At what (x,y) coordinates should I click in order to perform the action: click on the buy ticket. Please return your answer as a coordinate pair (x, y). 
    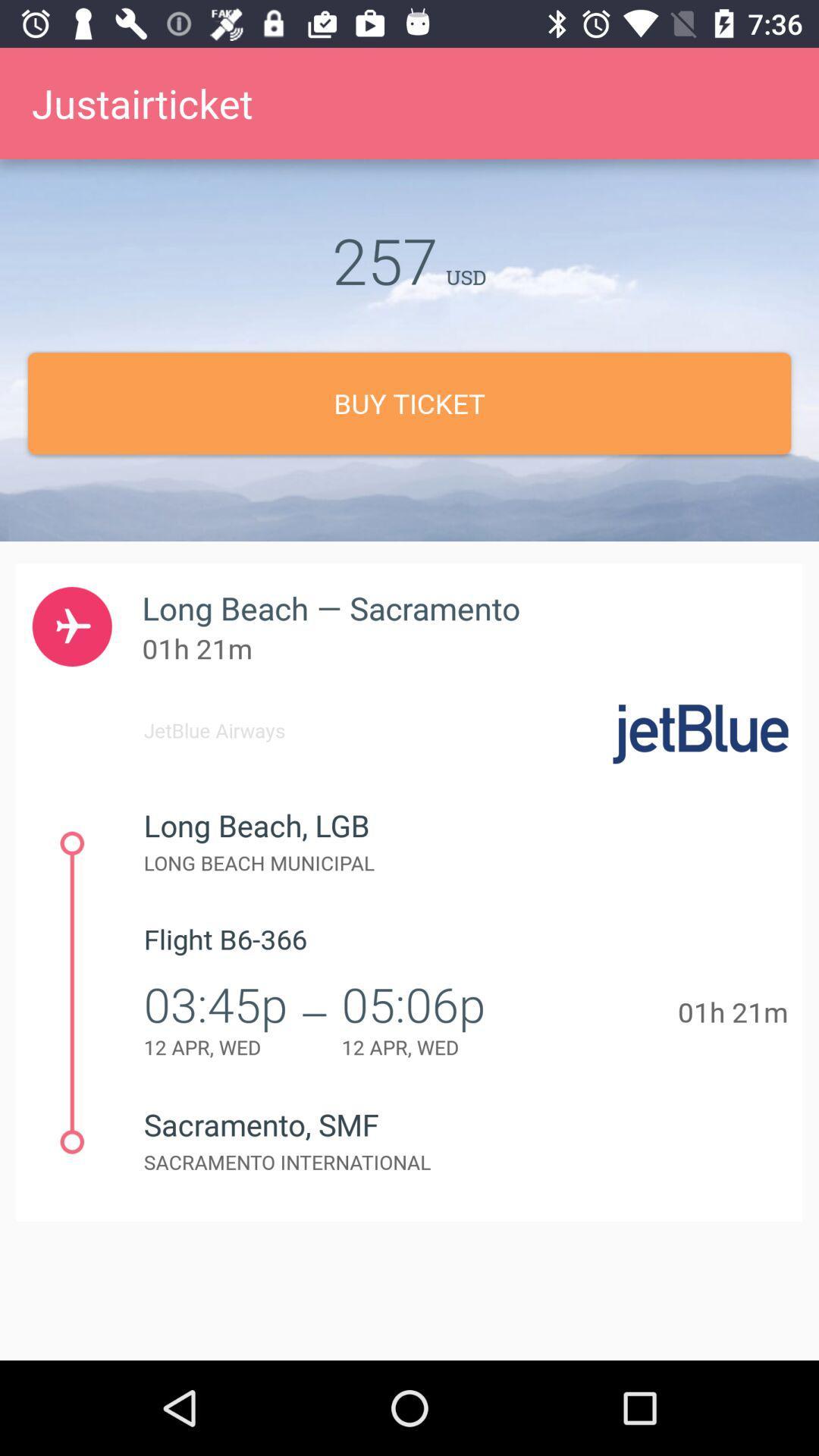
    Looking at the image, I should click on (409, 403).